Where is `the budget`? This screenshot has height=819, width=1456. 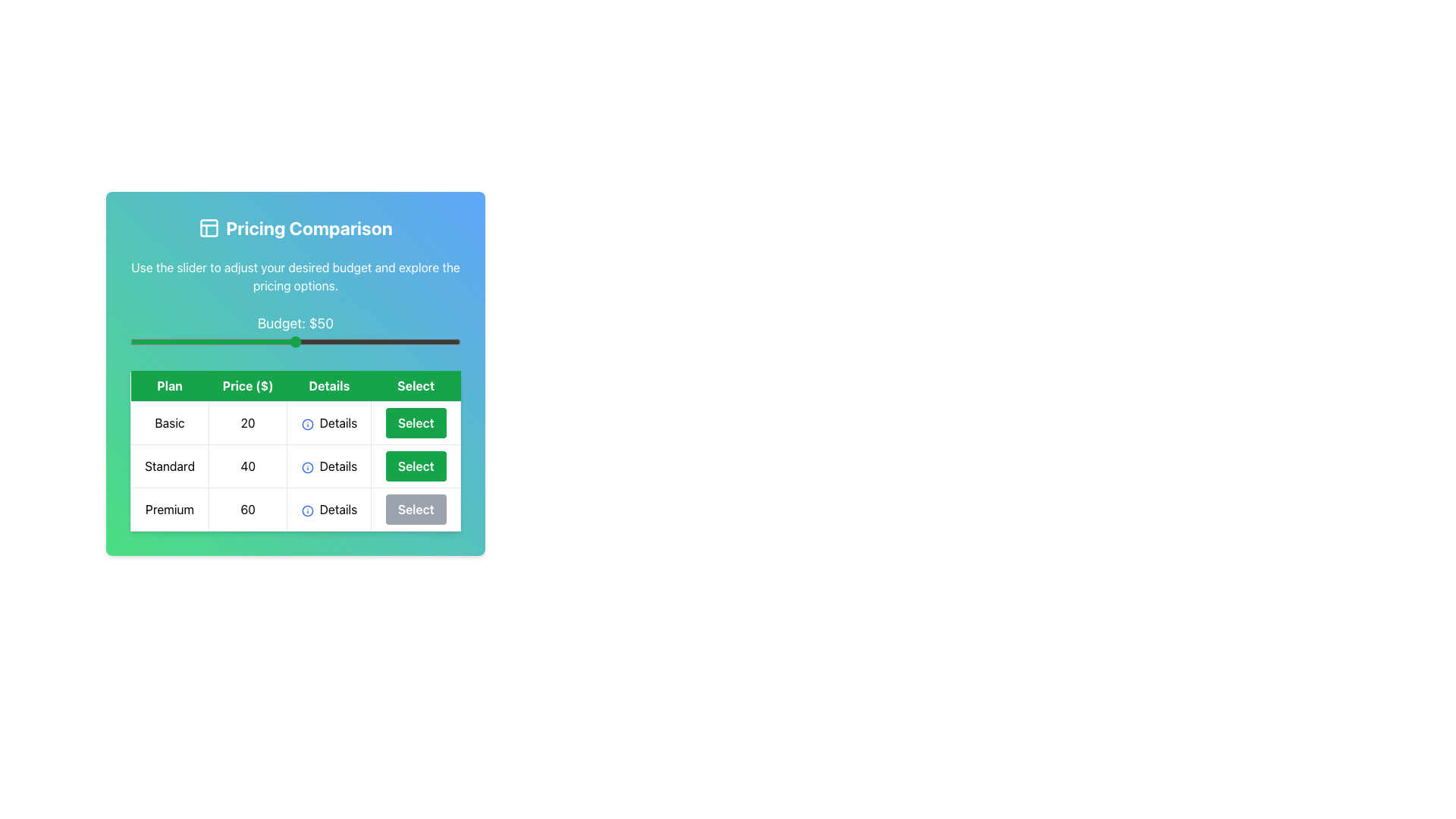 the budget is located at coordinates (186, 342).